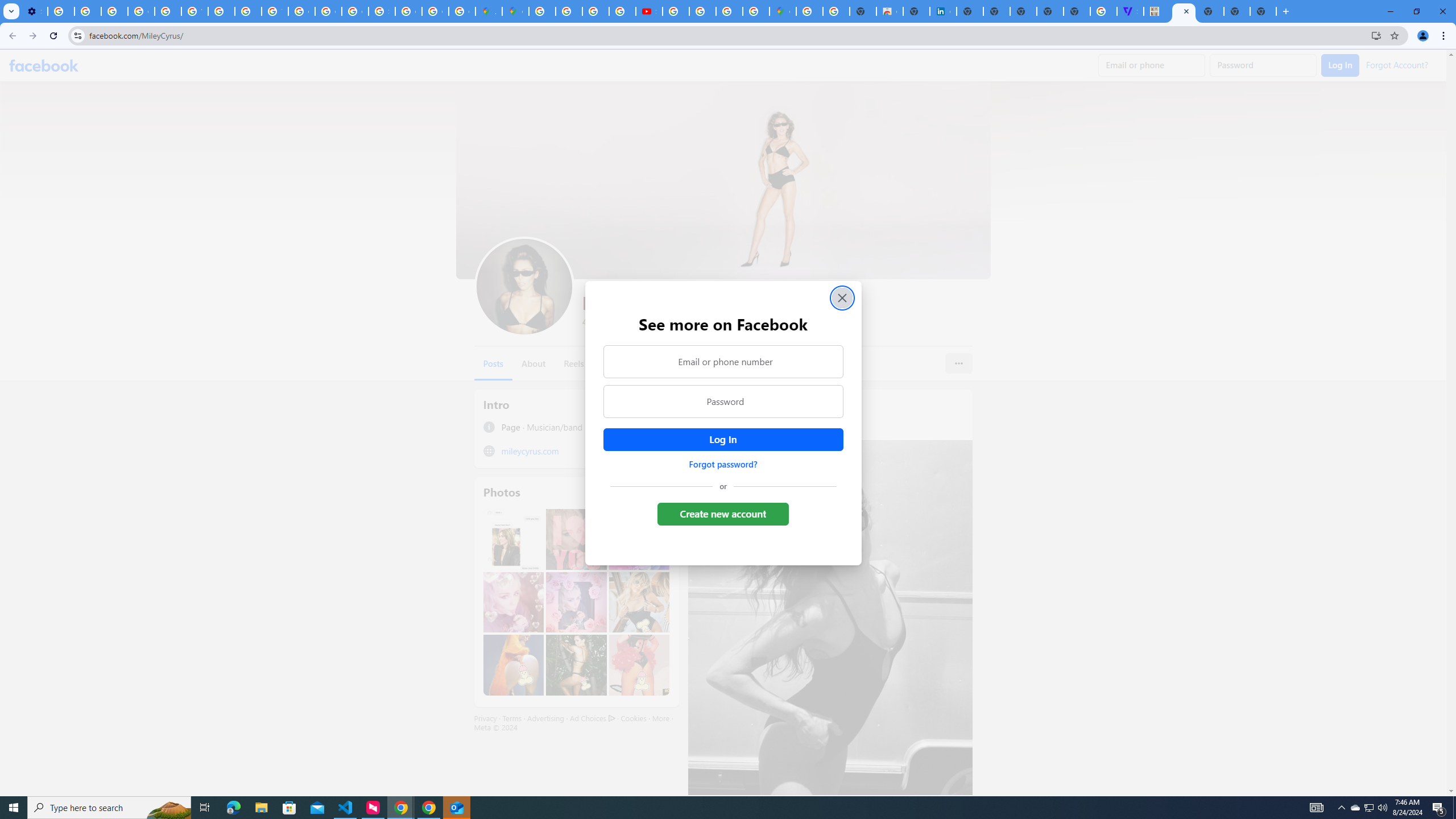 The image size is (1456, 819). I want to click on 'How Chrome protects your passwords - Google Chrome Help', so click(676, 11).